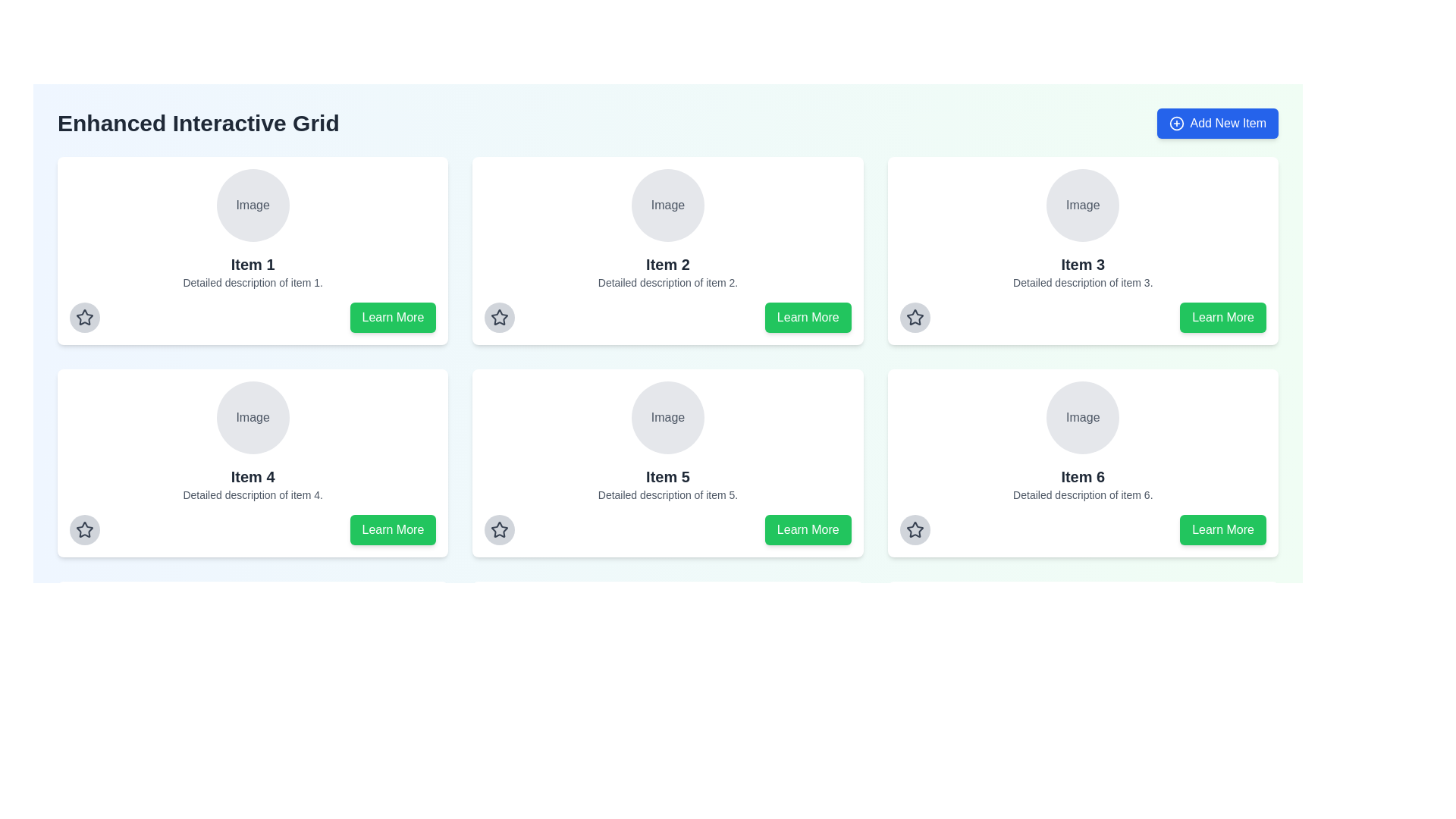 This screenshot has height=819, width=1456. I want to click on the text label that serves as a title for the fourth card in the grid layout, positioned below the circular image and above the detailed description, so click(253, 475).